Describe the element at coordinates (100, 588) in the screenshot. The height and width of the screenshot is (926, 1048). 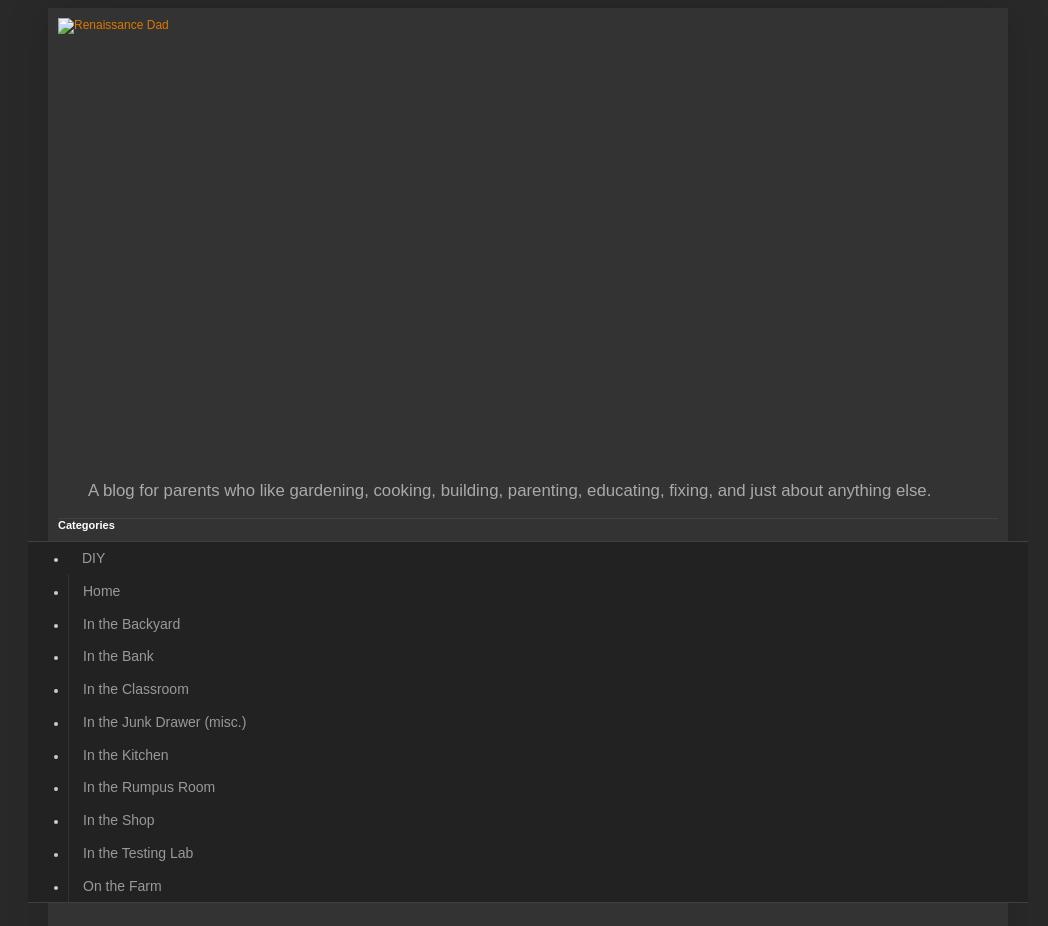
I see `'Home'` at that location.